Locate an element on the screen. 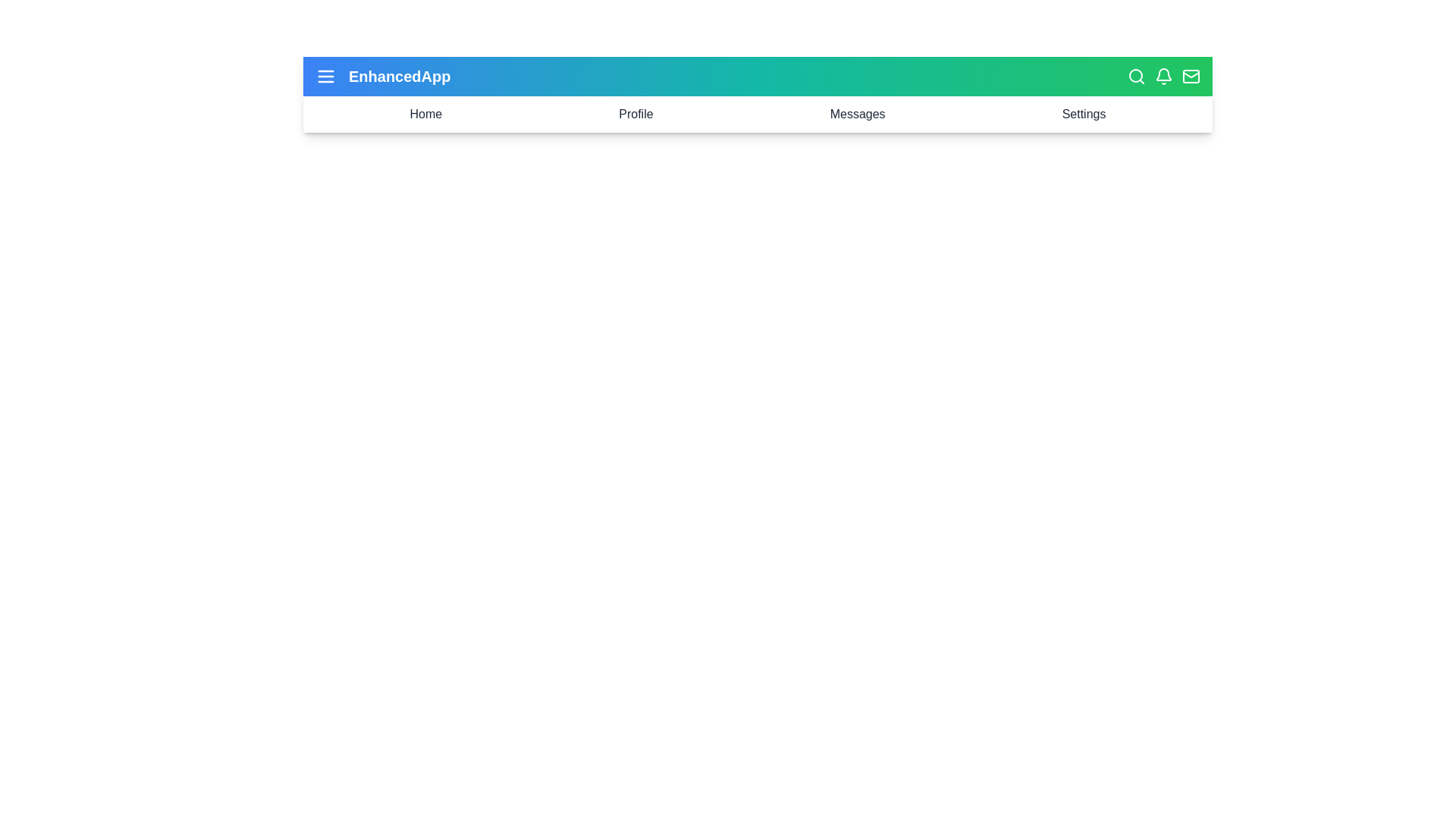  the mail icon in the EnhancedAppBar to check messages is located at coordinates (1190, 76).